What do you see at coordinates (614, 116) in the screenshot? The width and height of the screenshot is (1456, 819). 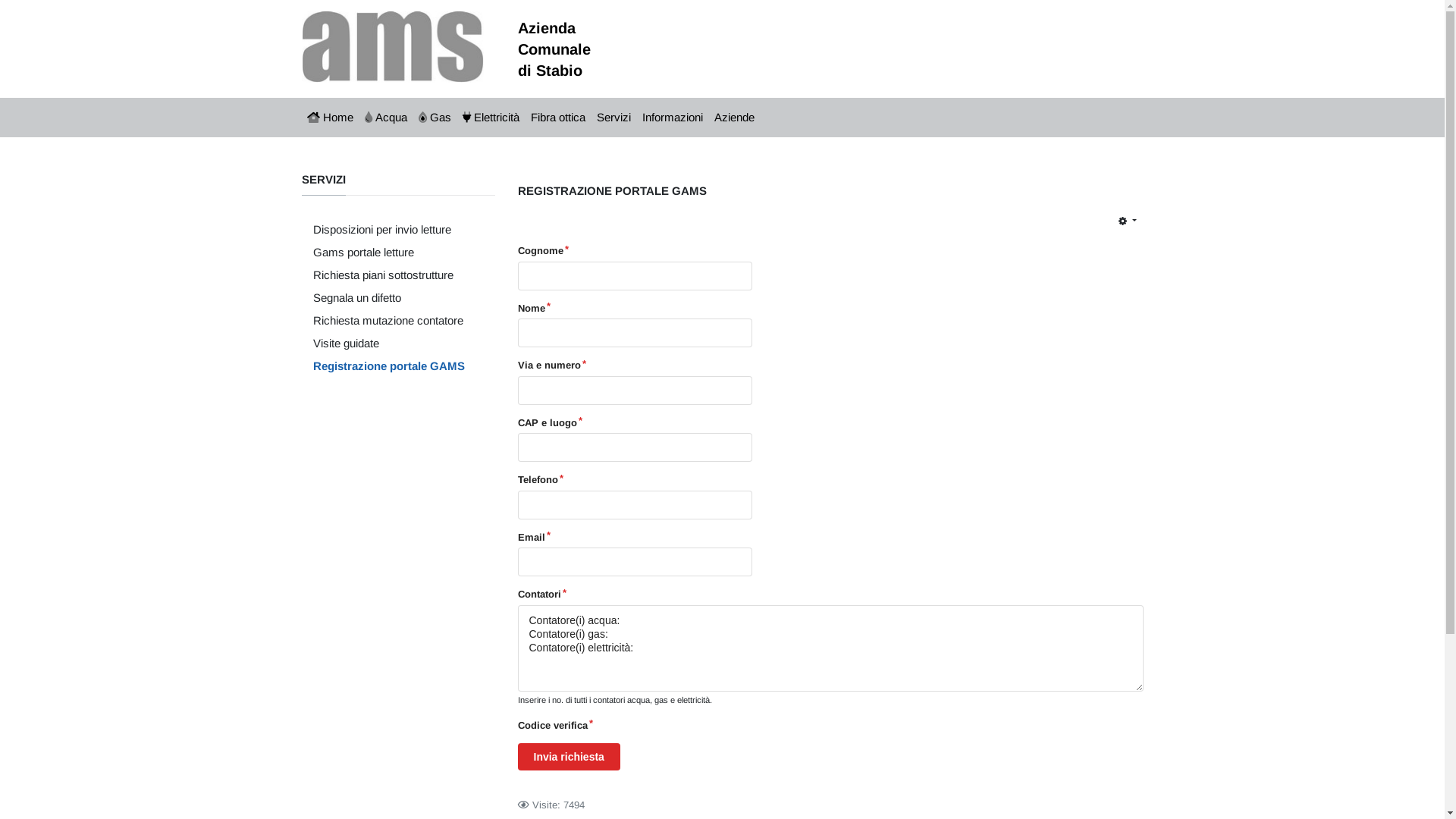 I see `'Servizi'` at bounding box center [614, 116].